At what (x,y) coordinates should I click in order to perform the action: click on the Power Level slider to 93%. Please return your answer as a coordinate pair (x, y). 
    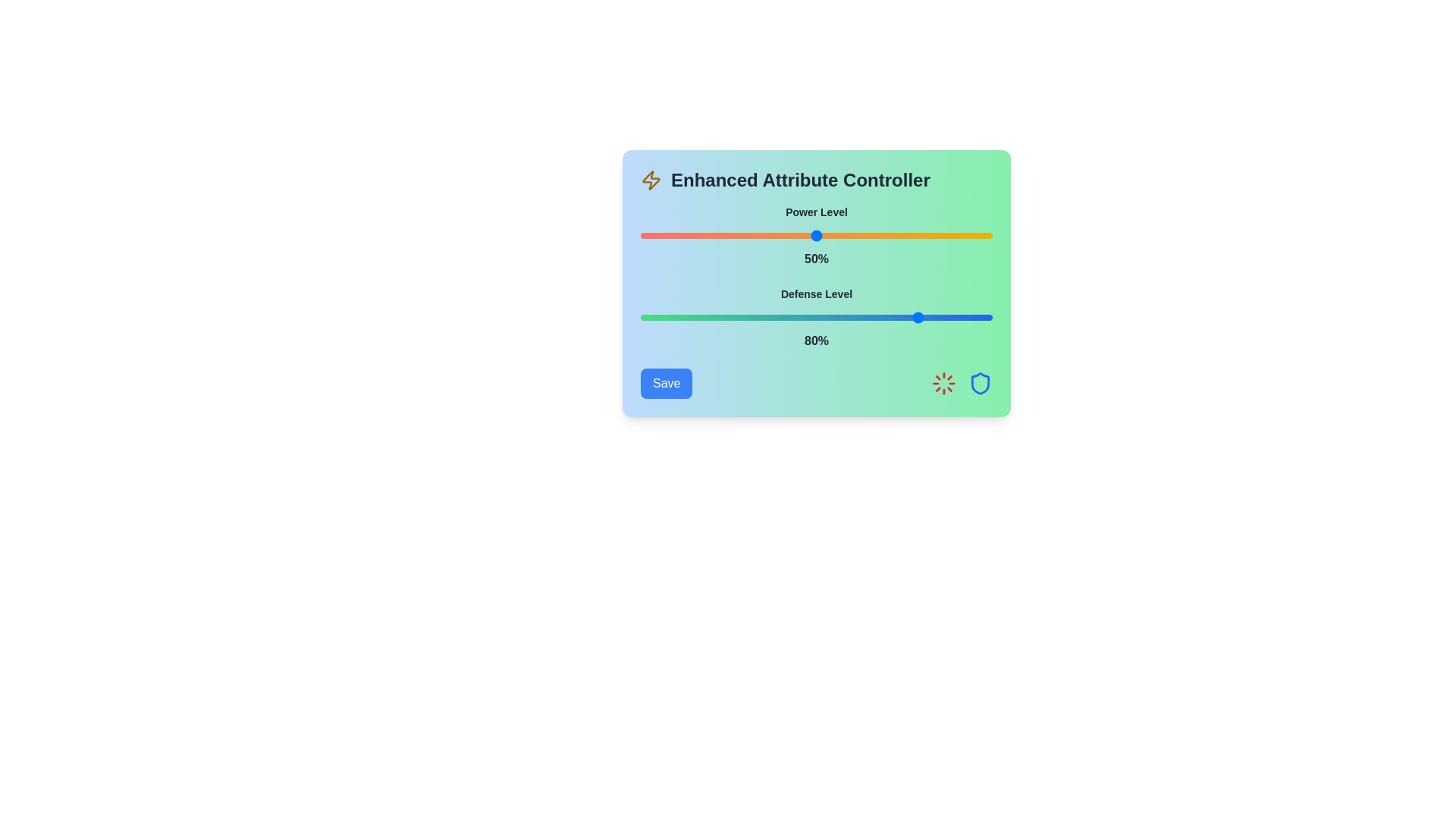
    Looking at the image, I should click on (967, 236).